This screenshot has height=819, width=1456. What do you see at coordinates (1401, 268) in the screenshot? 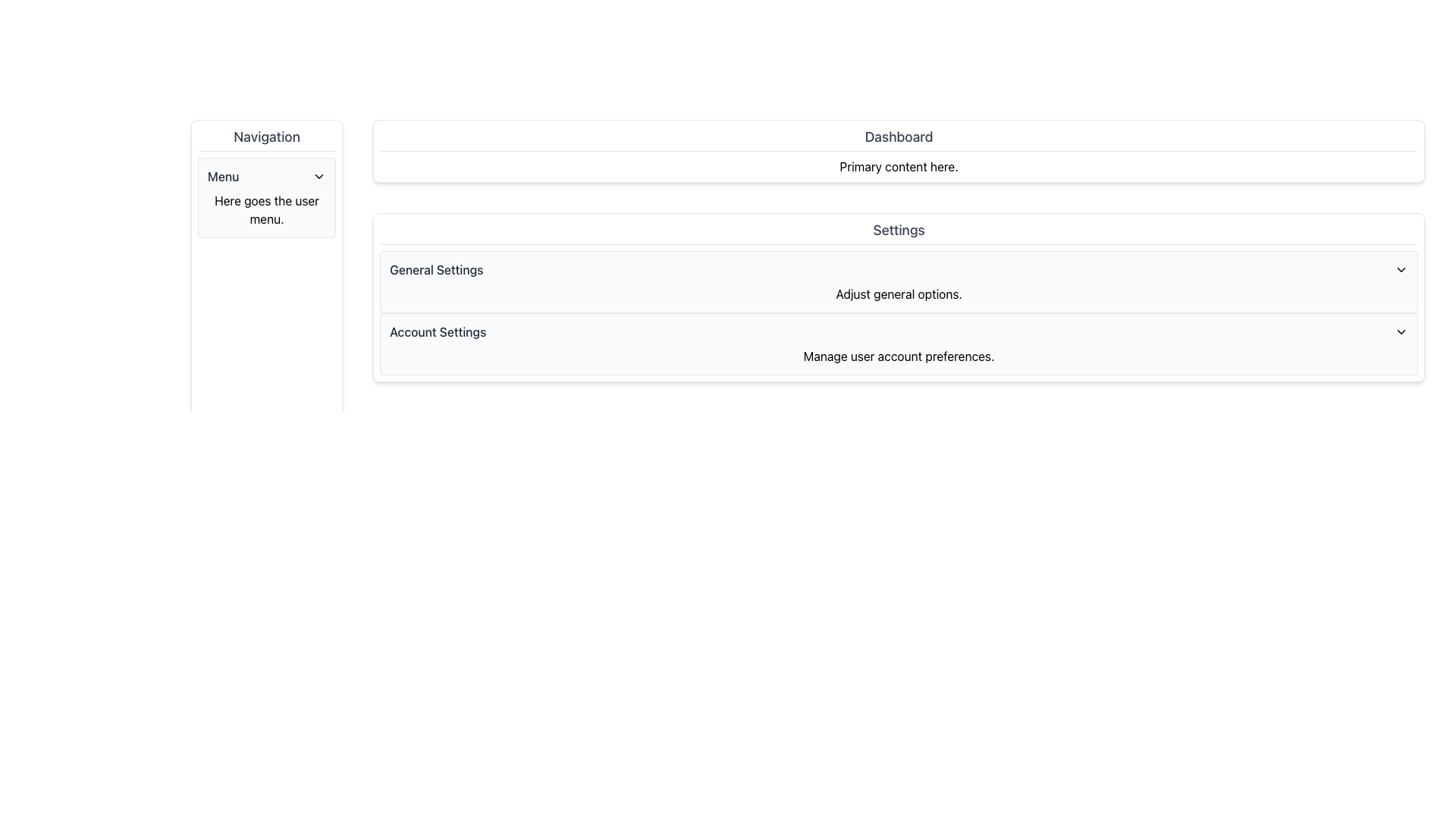
I see `the icon located at the rightmost end of the 'General Settings' header row` at bounding box center [1401, 268].